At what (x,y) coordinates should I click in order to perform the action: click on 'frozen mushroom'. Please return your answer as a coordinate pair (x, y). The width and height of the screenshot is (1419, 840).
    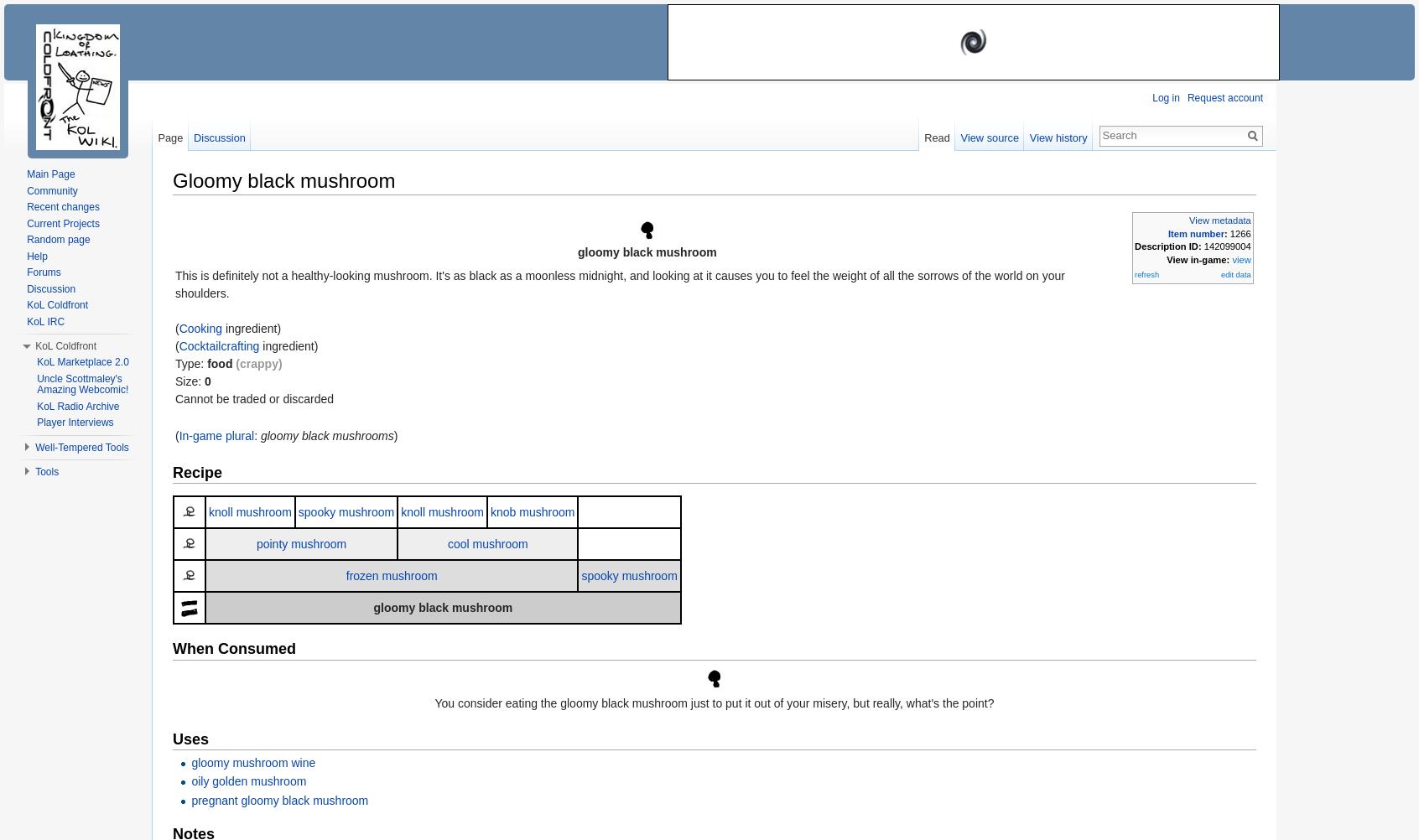
    Looking at the image, I should click on (390, 575).